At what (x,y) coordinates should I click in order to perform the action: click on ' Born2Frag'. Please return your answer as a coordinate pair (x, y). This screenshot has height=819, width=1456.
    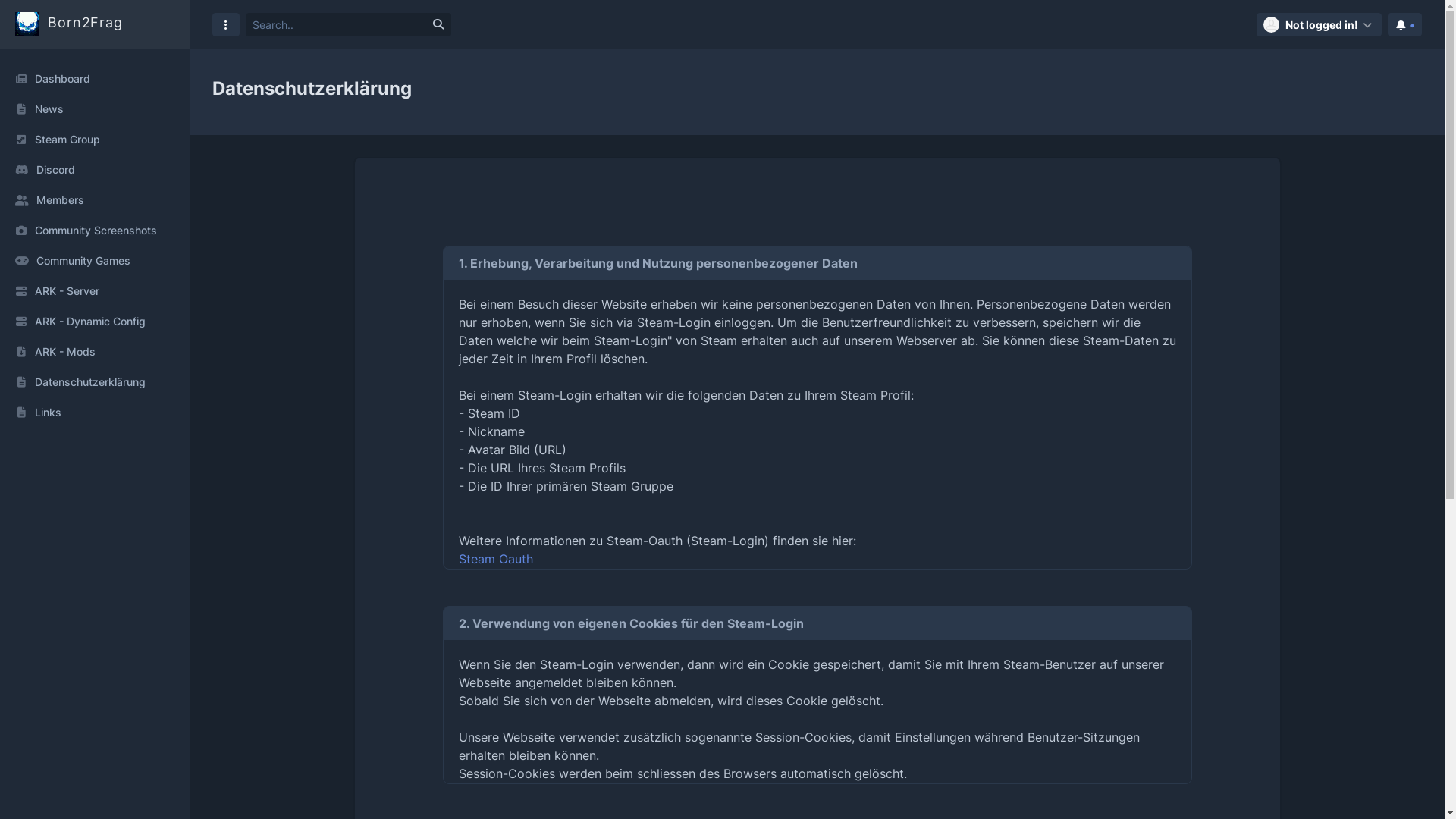
    Looking at the image, I should click on (68, 24).